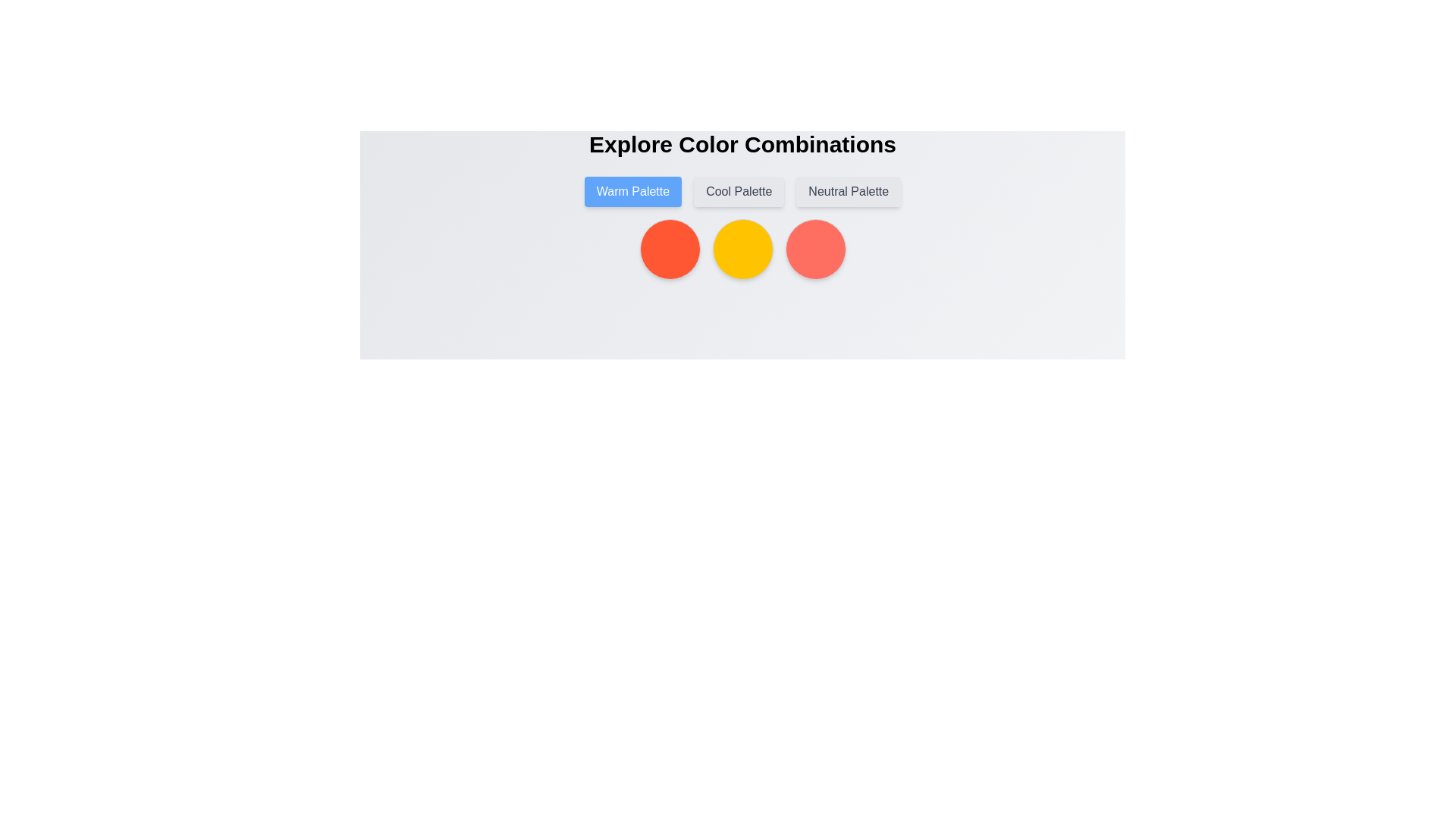 This screenshot has width=1456, height=819. Describe the element at coordinates (742, 248) in the screenshot. I see `the second circular element with a vivid yellow background, located in the middle of a row of three circular elements` at that location.